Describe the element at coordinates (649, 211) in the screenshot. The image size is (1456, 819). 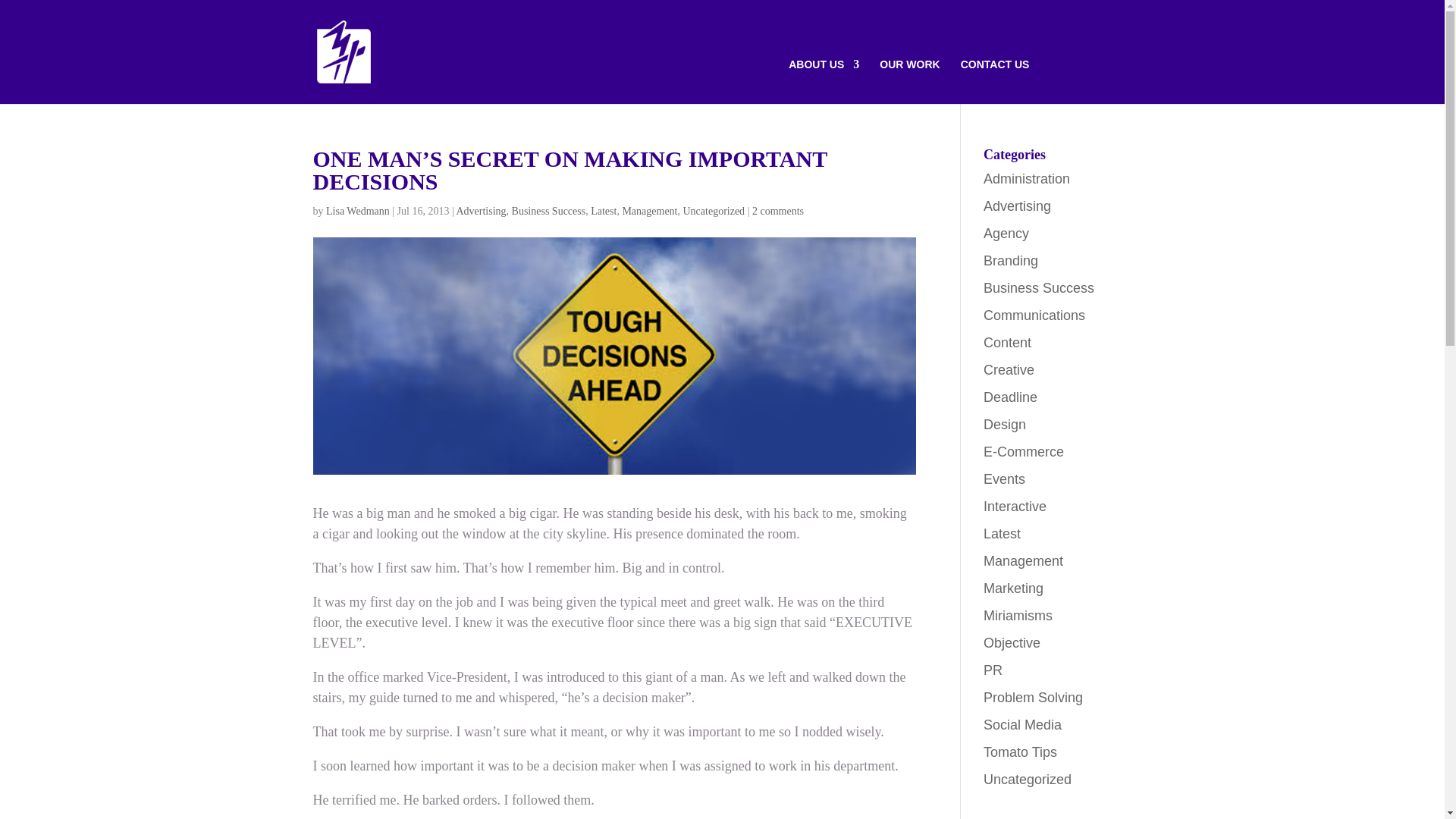
I see `'Management'` at that location.